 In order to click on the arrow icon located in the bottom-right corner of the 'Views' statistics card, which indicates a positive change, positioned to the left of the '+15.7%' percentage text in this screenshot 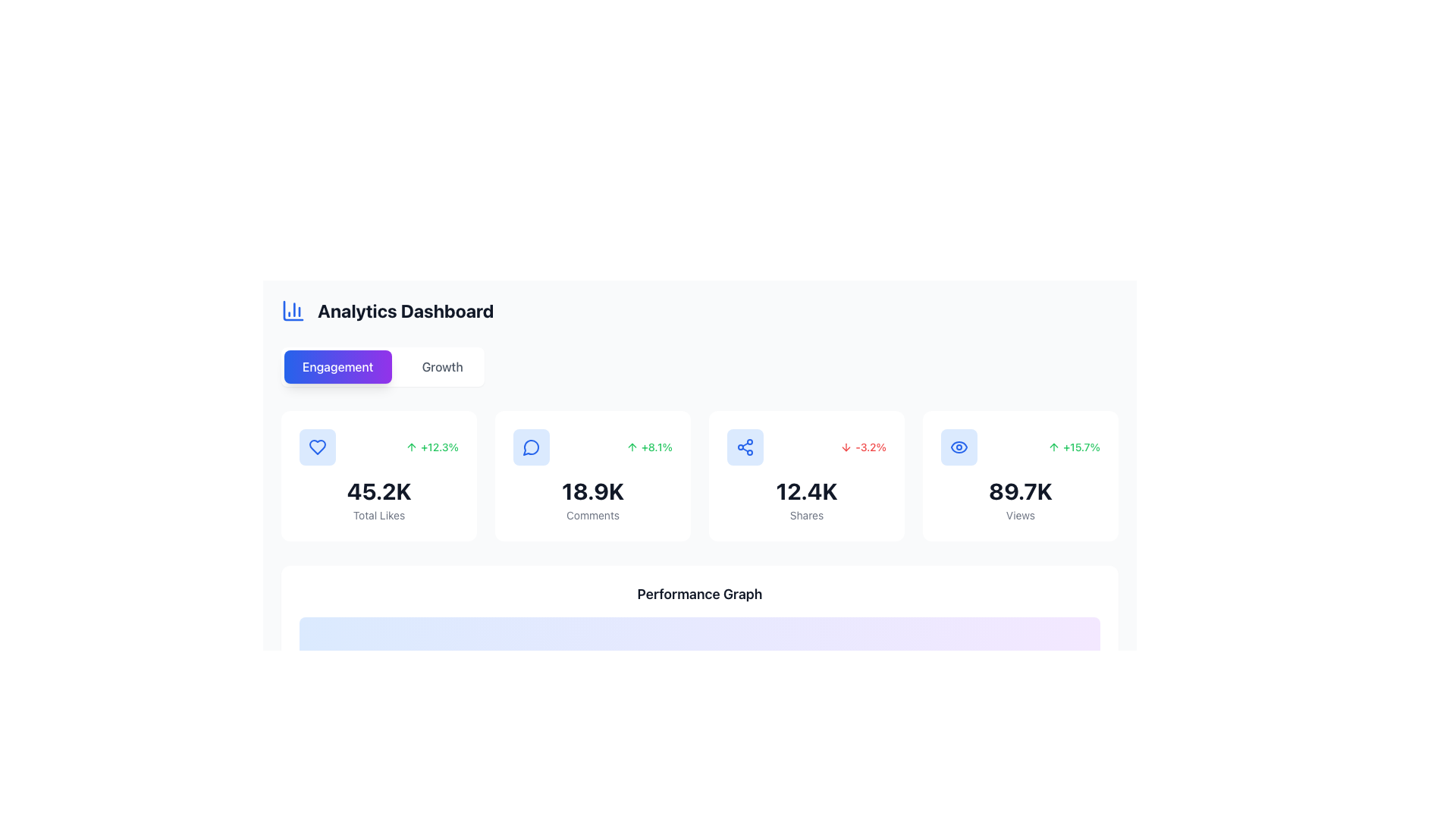, I will do `click(1053, 447)`.